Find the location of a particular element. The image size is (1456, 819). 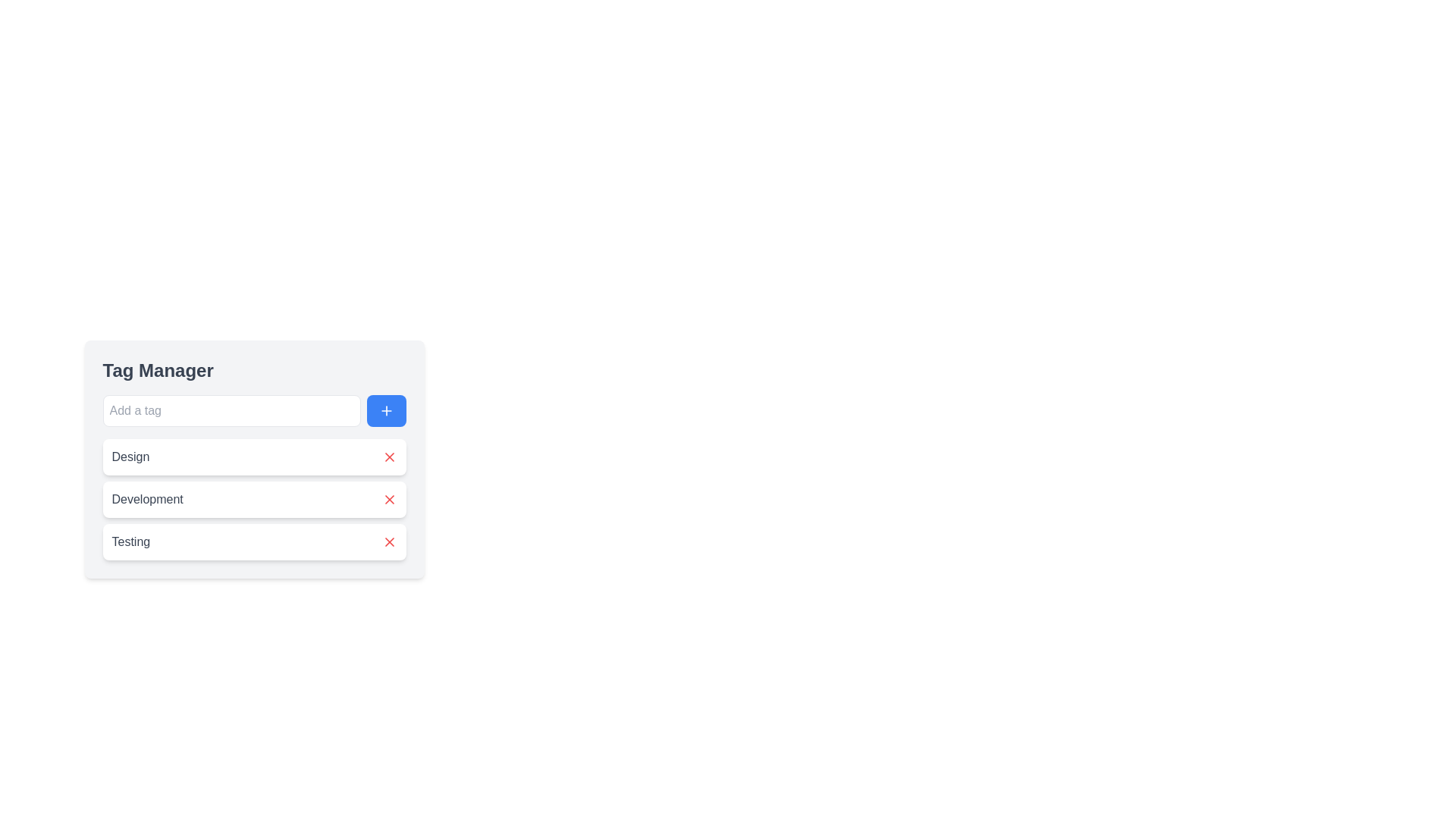

the 'Design' label element, which is a gray text label aligned to the left within the 'Tag Manager' section is located at coordinates (130, 456).